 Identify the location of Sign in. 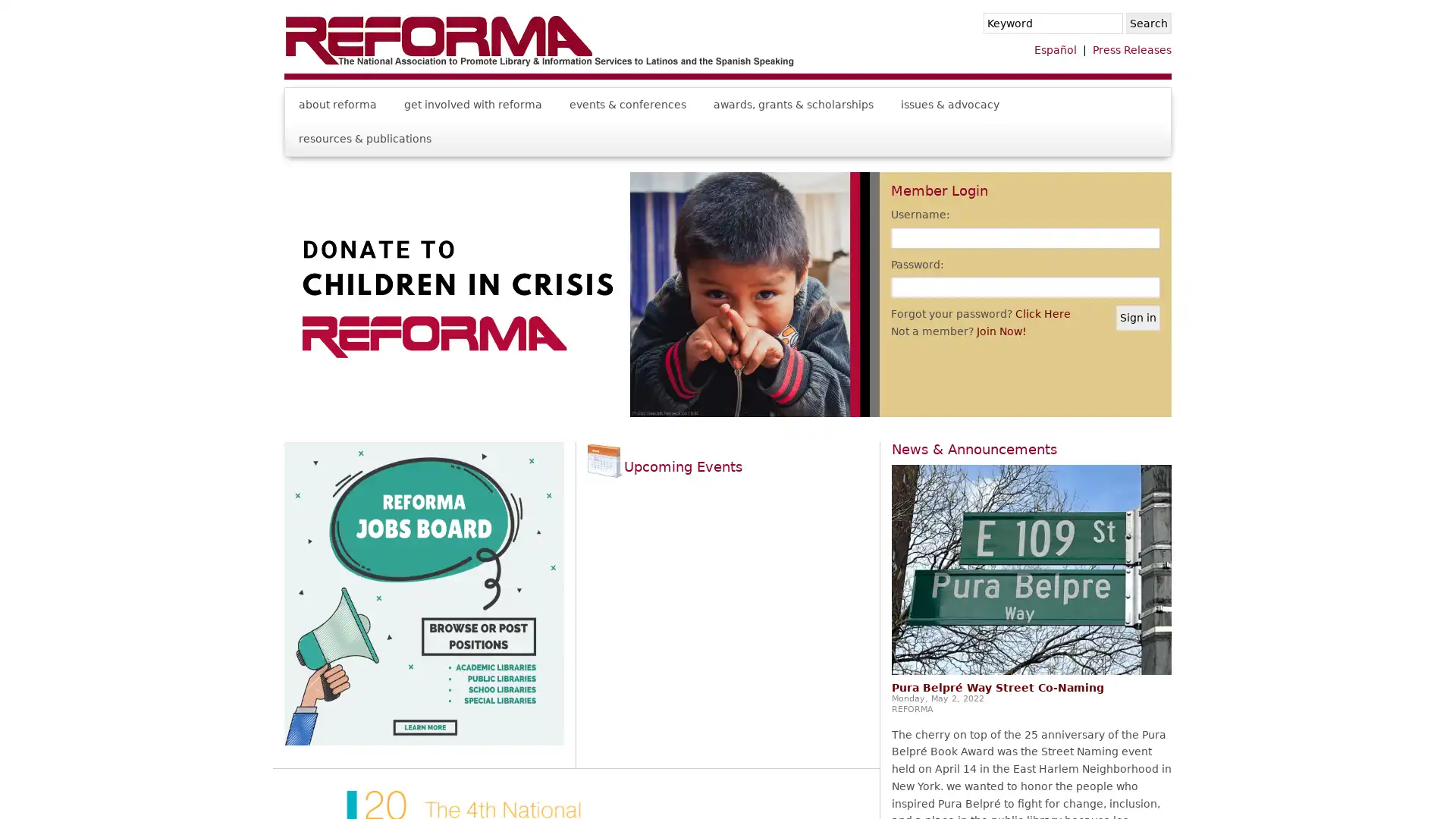
(1138, 317).